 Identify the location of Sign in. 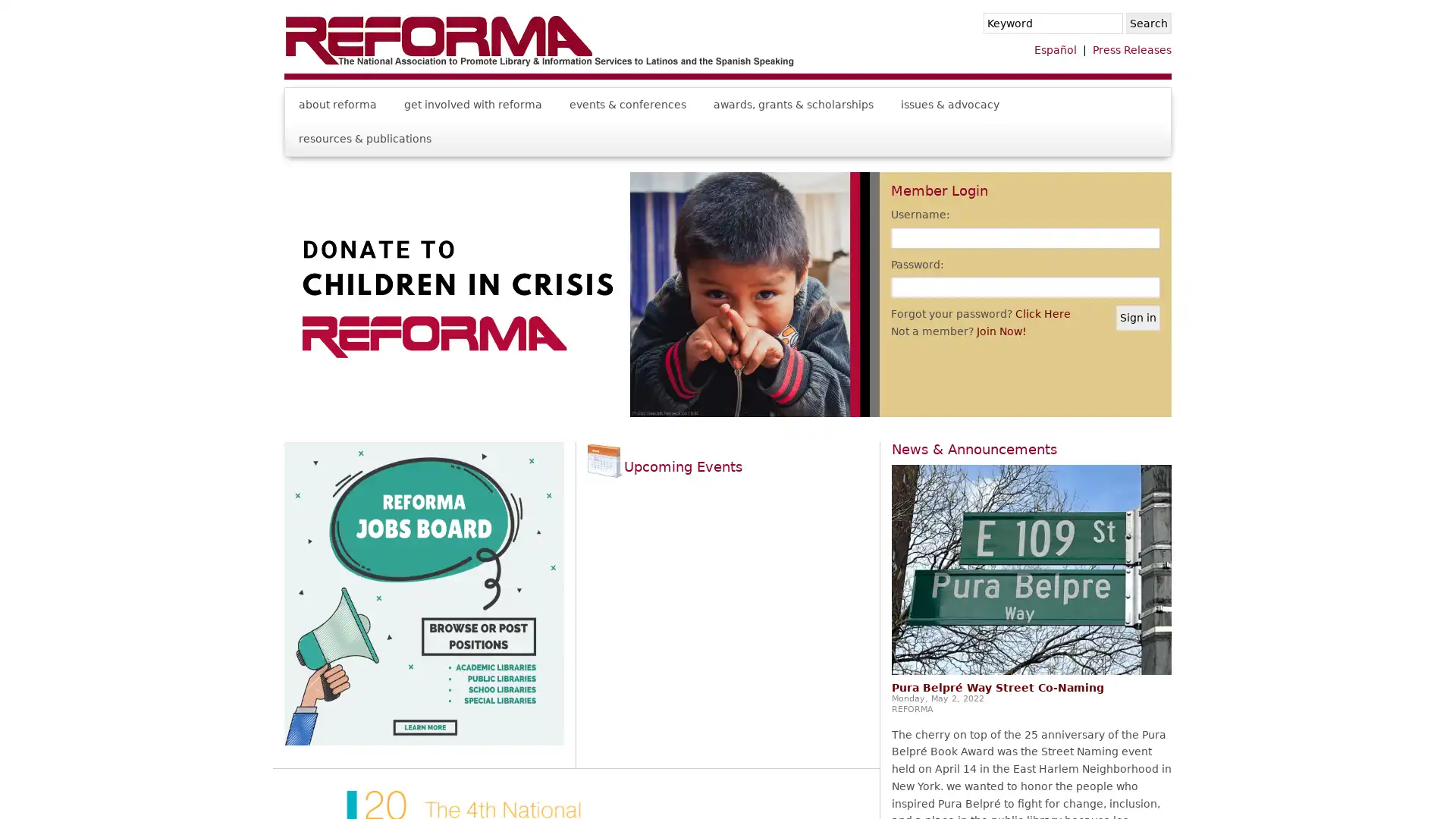
(1138, 317).